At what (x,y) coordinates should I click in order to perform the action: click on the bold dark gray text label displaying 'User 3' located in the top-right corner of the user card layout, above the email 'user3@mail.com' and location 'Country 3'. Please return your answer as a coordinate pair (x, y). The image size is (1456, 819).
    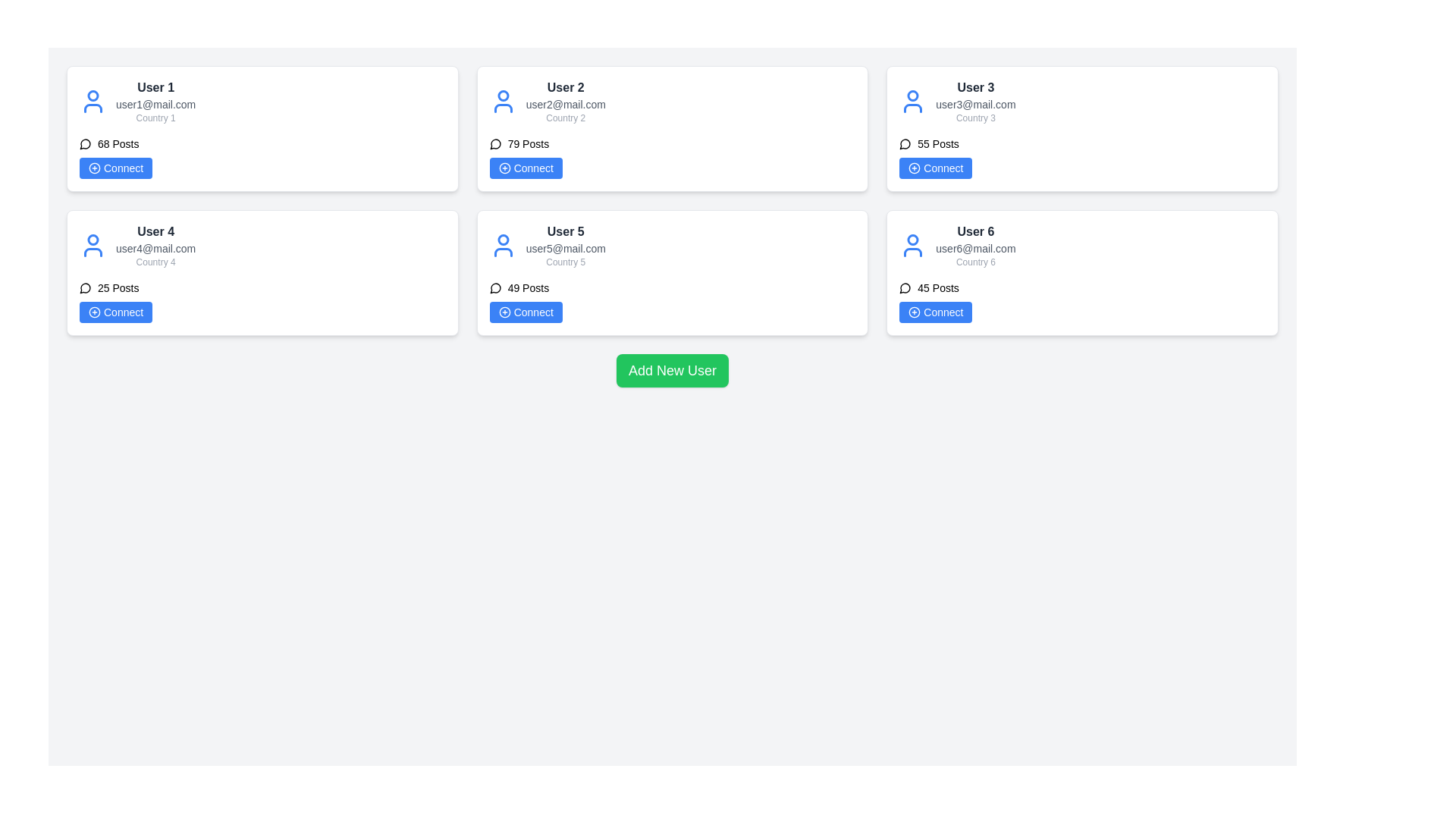
    Looking at the image, I should click on (975, 87).